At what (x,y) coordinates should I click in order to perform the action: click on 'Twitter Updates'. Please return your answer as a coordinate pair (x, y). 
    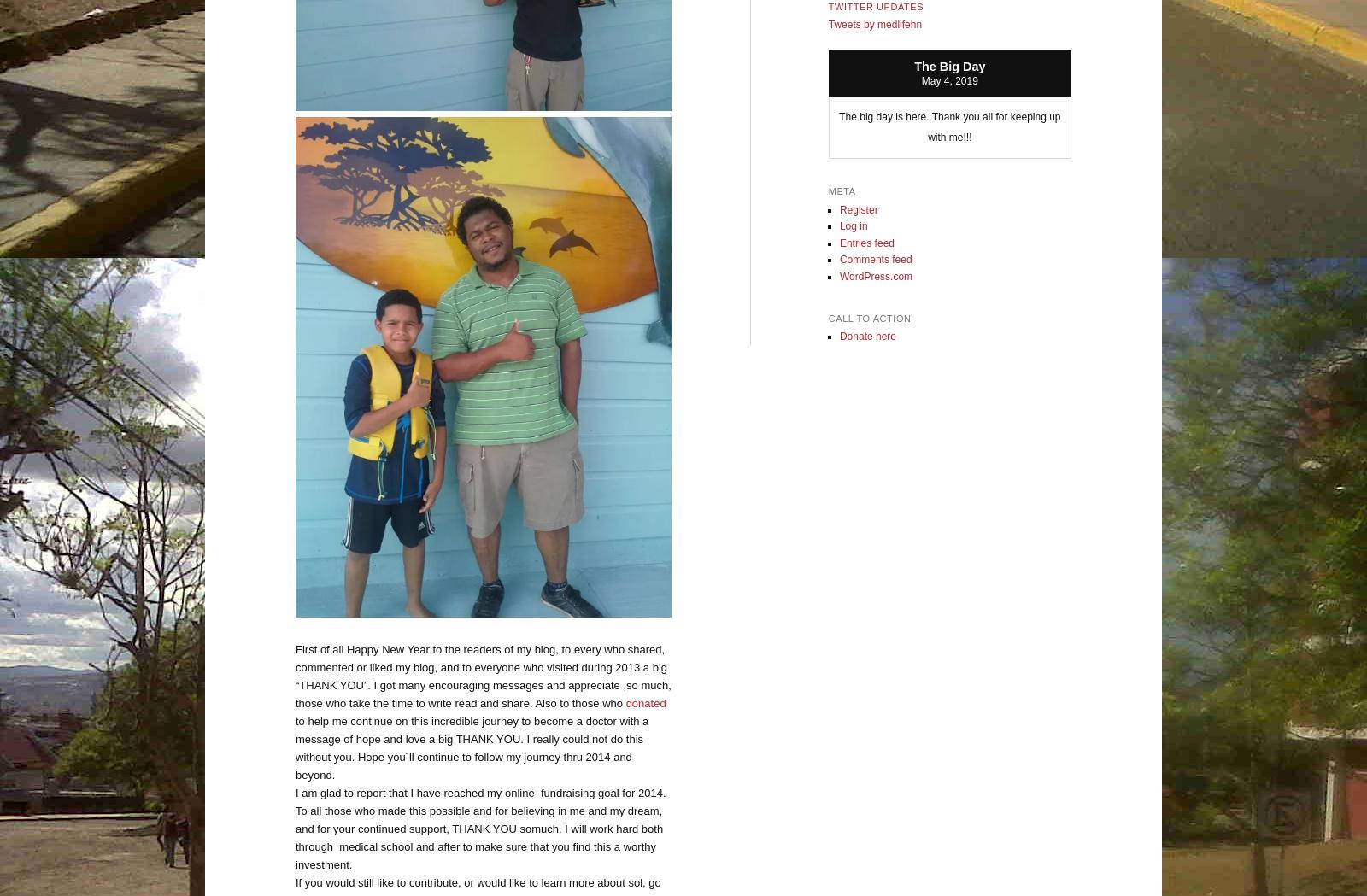
    Looking at the image, I should click on (875, 5).